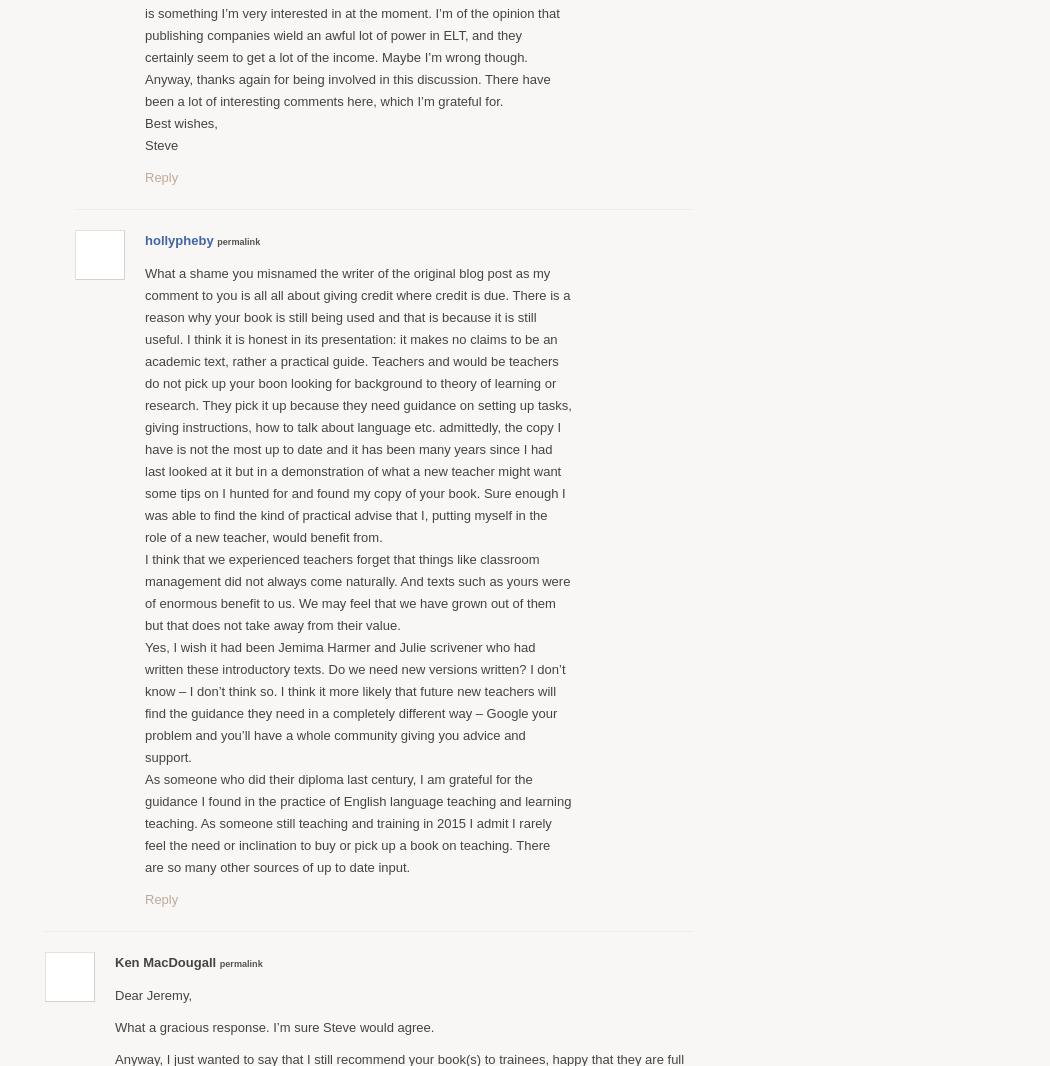 The width and height of the screenshot is (1050, 1066). What do you see at coordinates (144, 121) in the screenshot?
I see `'Best wishes,'` at bounding box center [144, 121].